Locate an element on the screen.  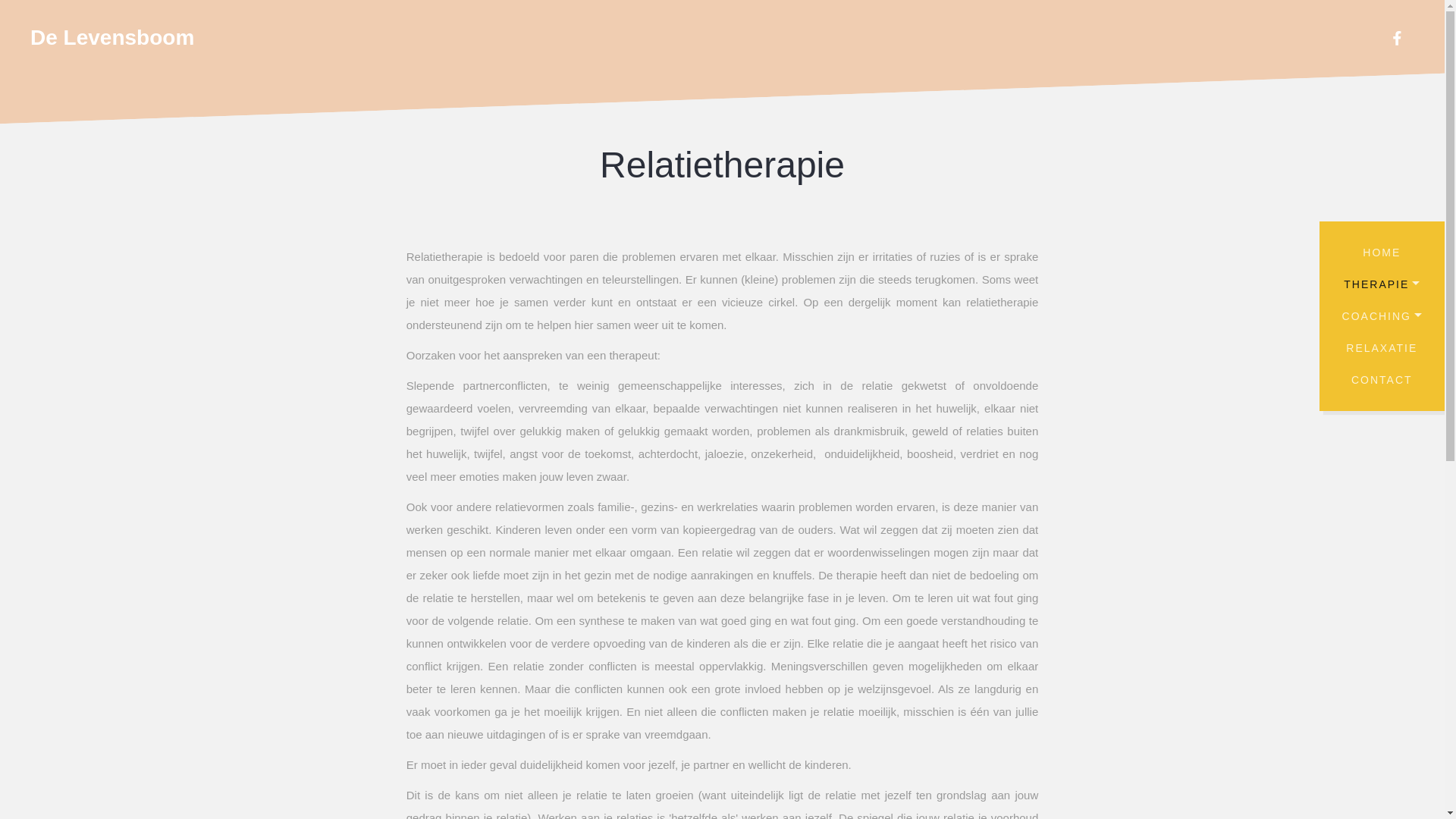
'CONTACT' is located at coordinates (1382, 379).